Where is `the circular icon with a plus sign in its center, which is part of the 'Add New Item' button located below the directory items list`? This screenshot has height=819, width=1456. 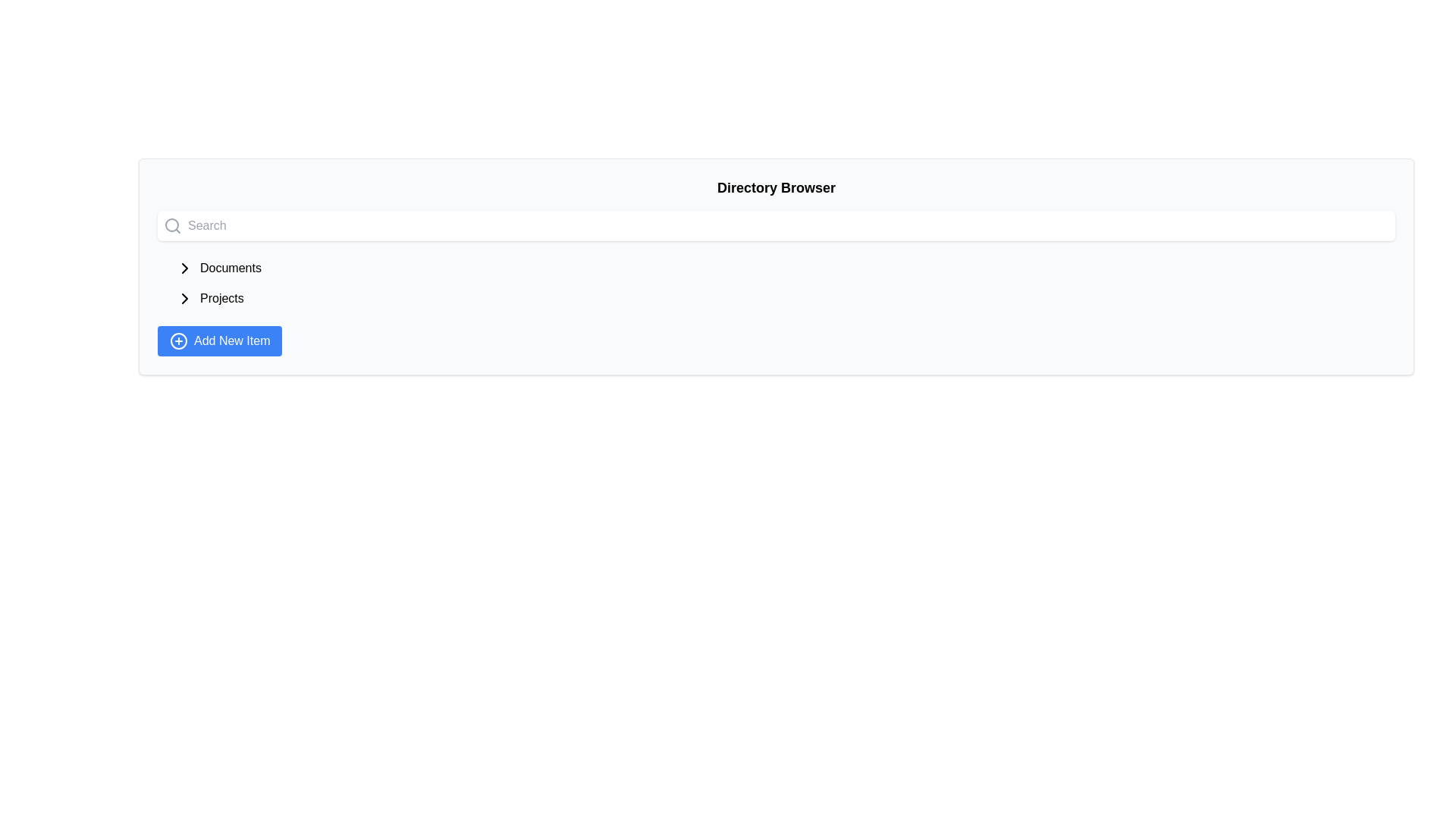
the circular icon with a plus sign in its center, which is part of the 'Add New Item' button located below the directory items list is located at coordinates (178, 341).